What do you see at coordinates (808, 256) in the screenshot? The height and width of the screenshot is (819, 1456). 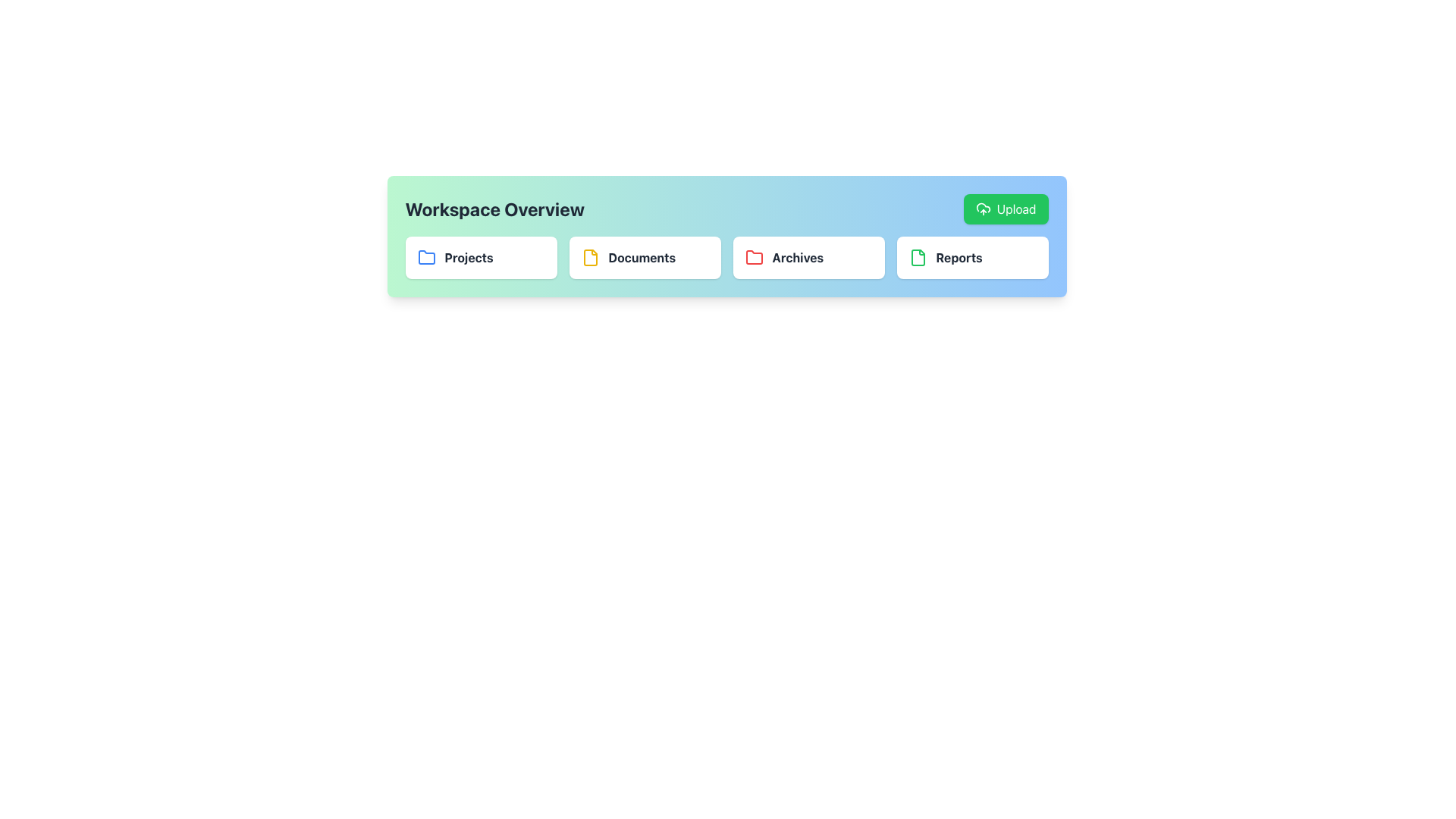 I see `the third Content Card in the horizontal grid layout, which serves` at bounding box center [808, 256].